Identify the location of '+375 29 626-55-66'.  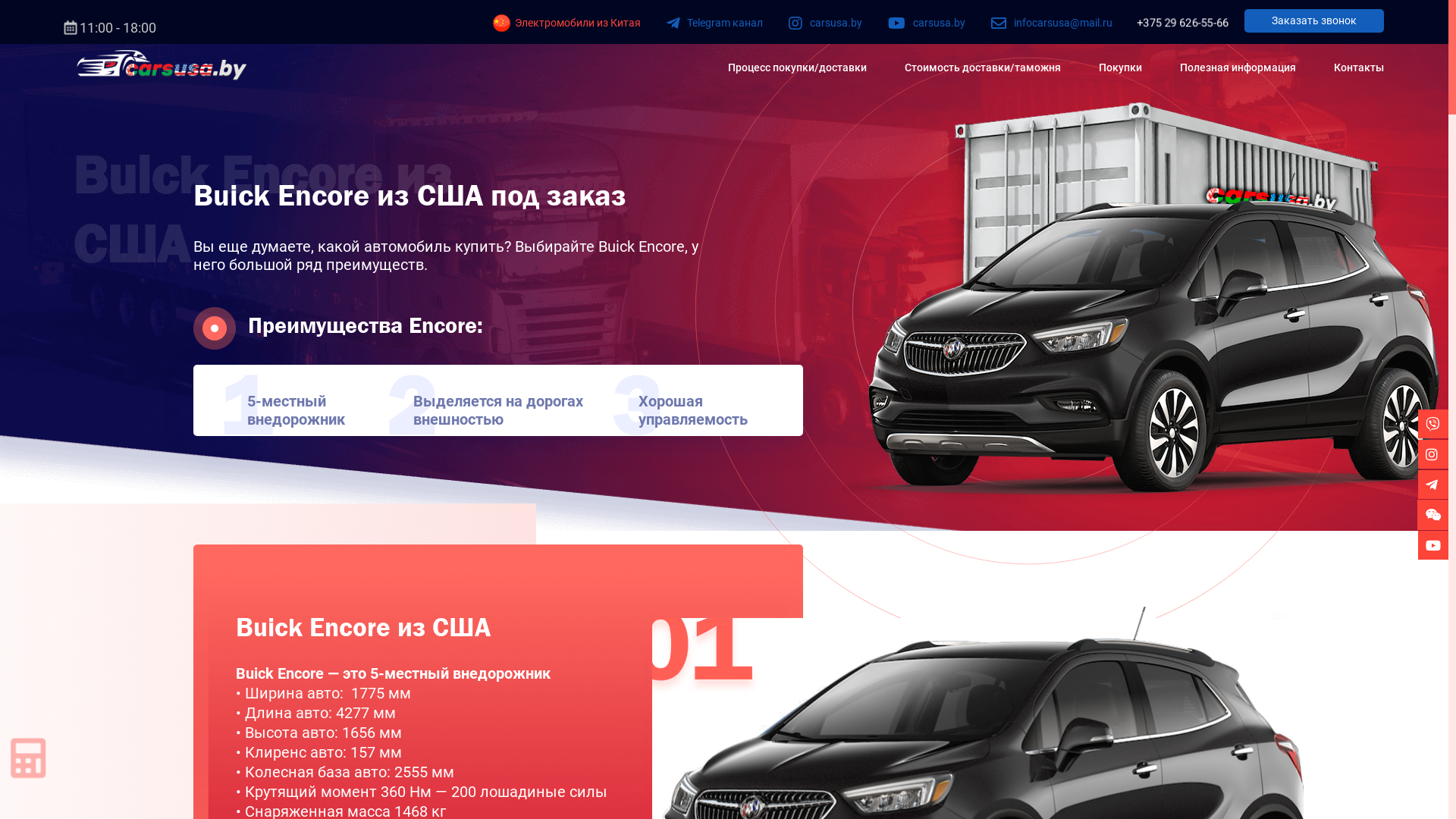
(1181, 23).